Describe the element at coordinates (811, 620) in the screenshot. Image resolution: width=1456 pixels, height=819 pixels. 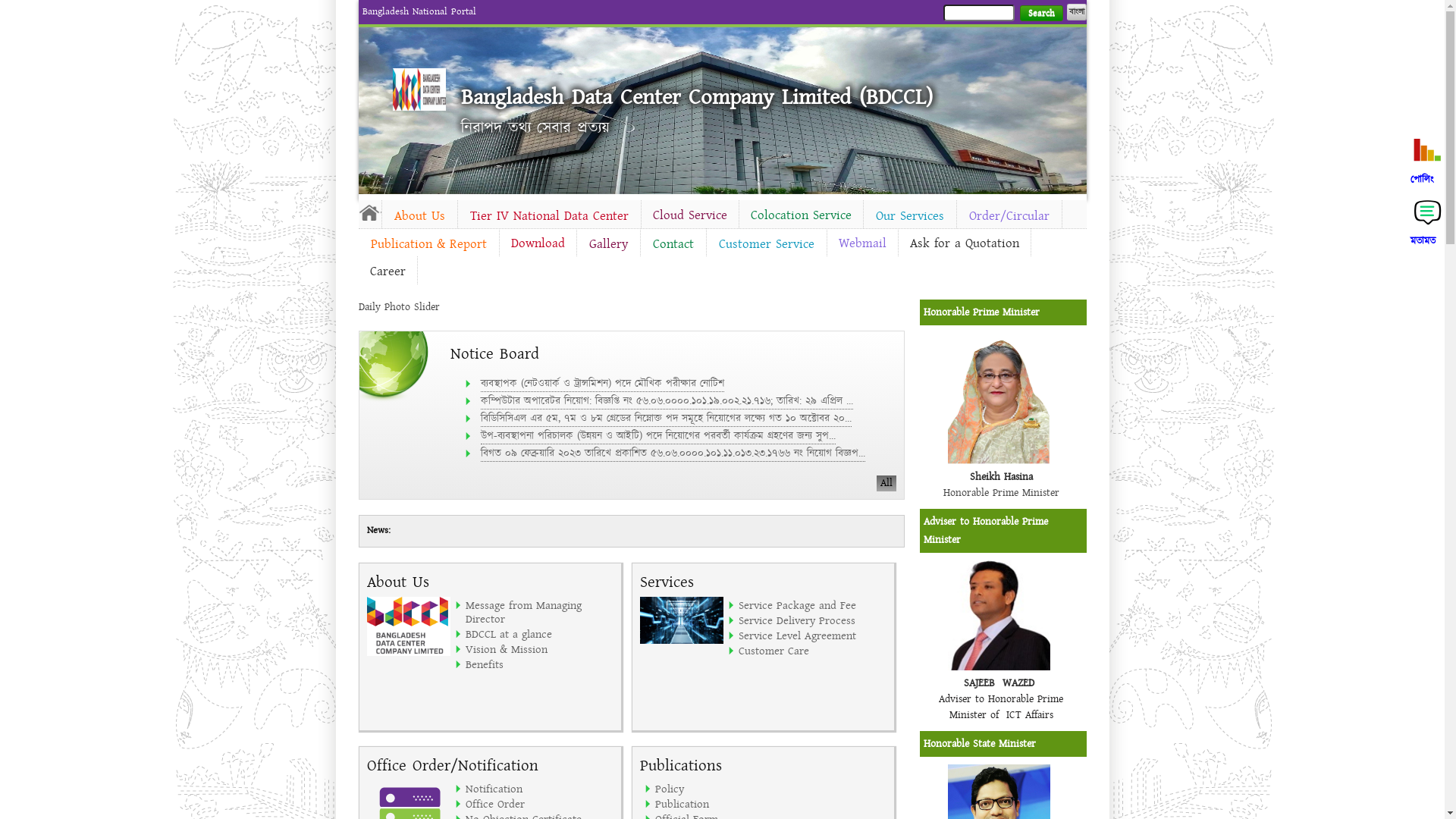
I see `'Service Delivery Process'` at that location.